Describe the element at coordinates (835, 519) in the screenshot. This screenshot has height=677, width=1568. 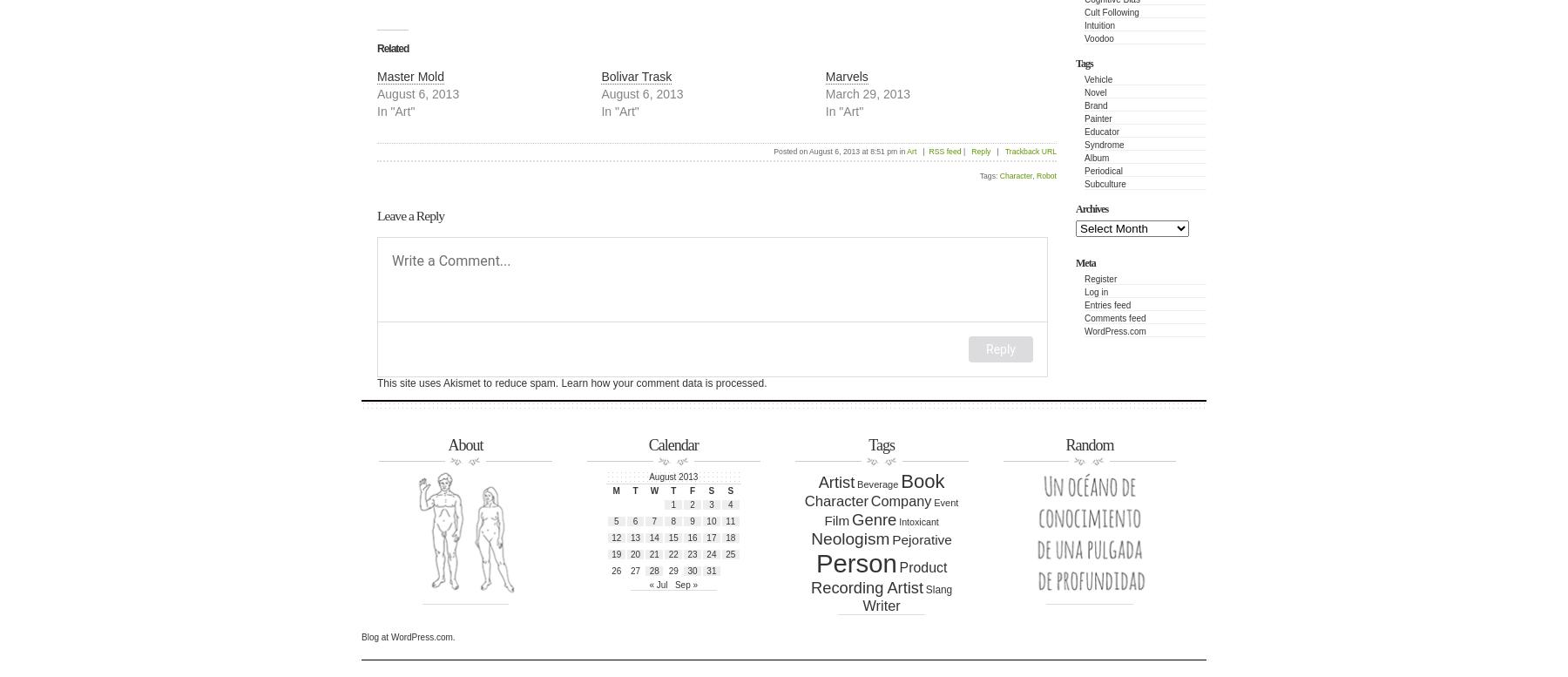
I see `'Film'` at that location.